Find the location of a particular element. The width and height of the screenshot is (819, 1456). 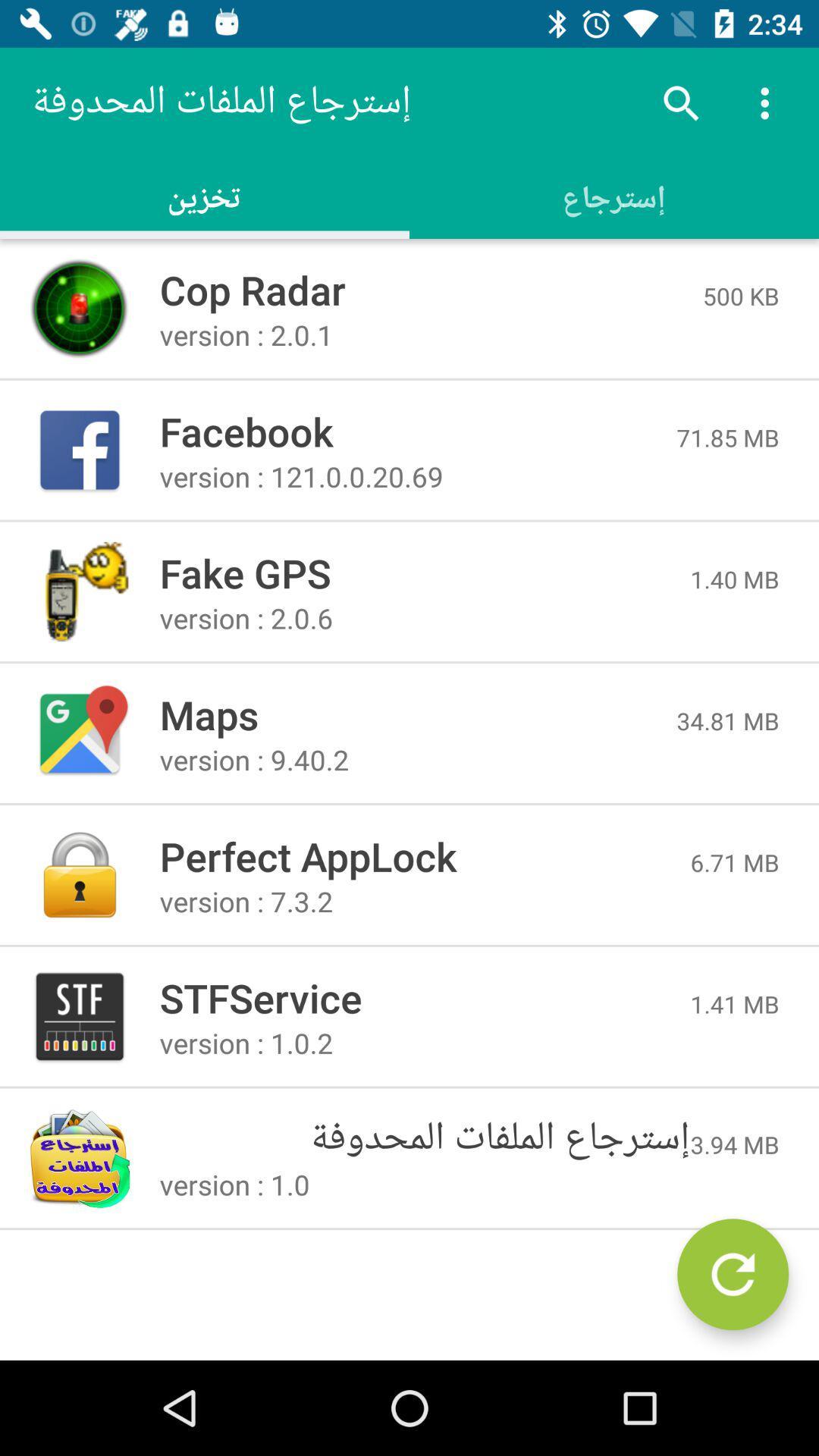

icon next to the 71.85 mb is located at coordinates (418, 430).